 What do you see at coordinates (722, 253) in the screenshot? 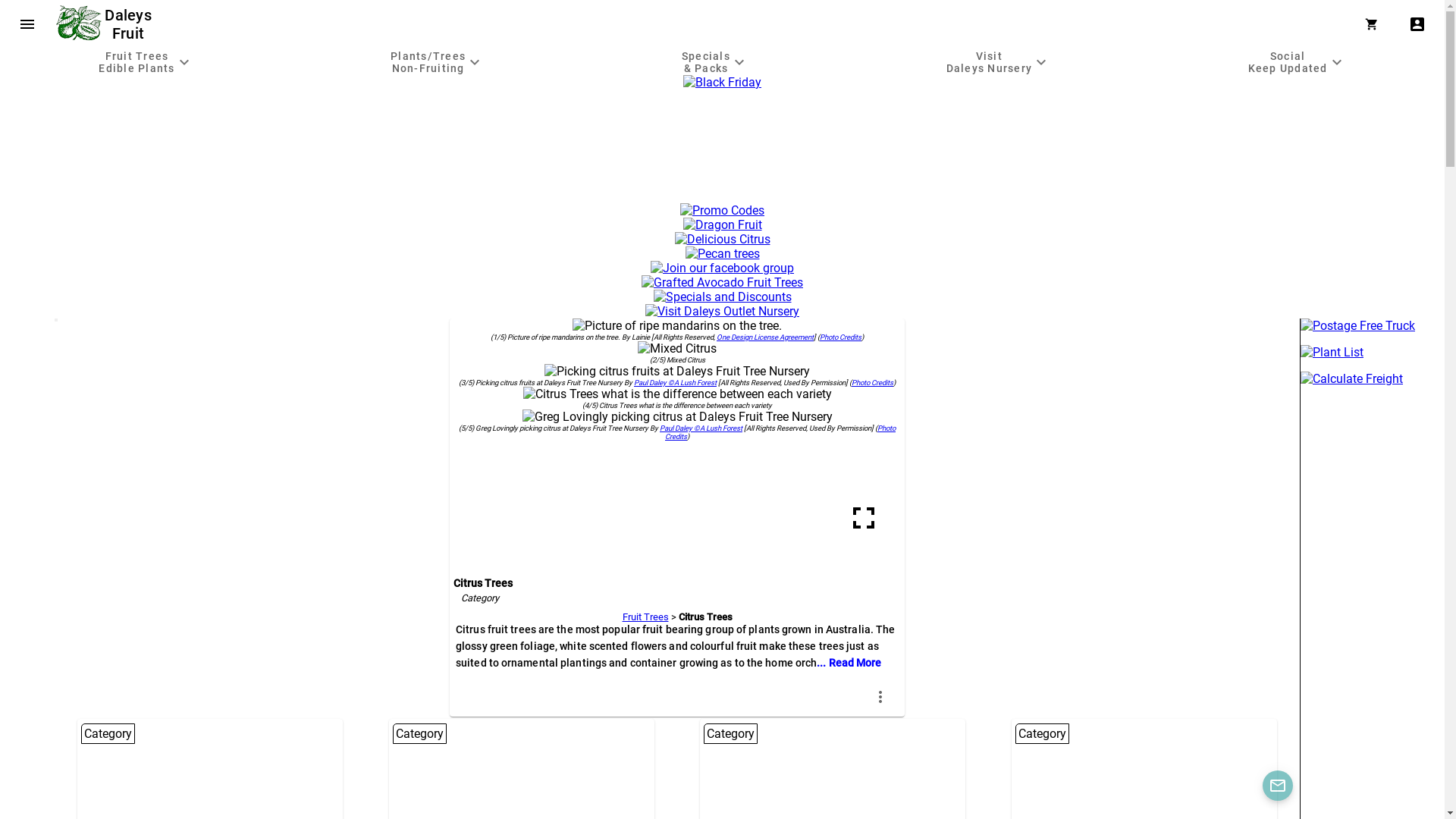
I see `'Pecan trees'` at bounding box center [722, 253].